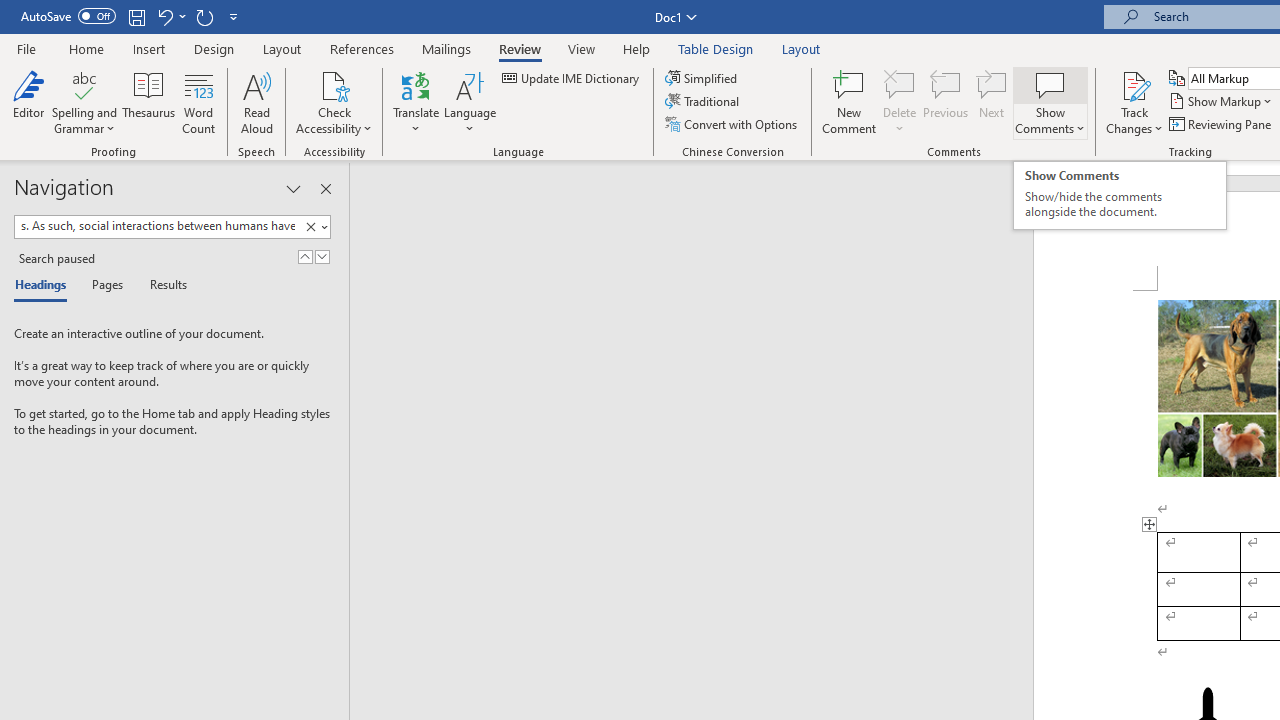 The image size is (1280, 720). Describe the element at coordinates (334, 103) in the screenshot. I see `'Check Accessibility'` at that location.